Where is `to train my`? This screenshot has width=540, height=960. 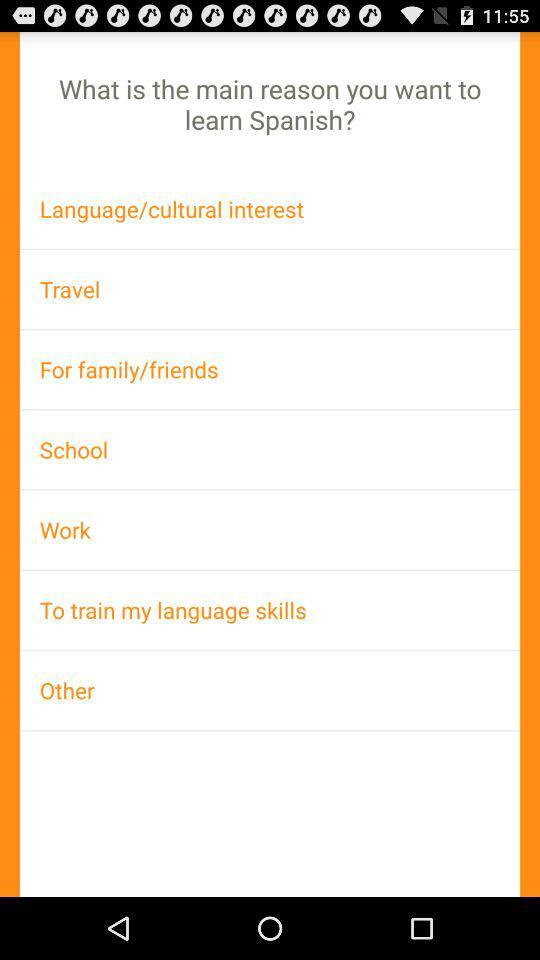
to train my is located at coordinates (270, 609).